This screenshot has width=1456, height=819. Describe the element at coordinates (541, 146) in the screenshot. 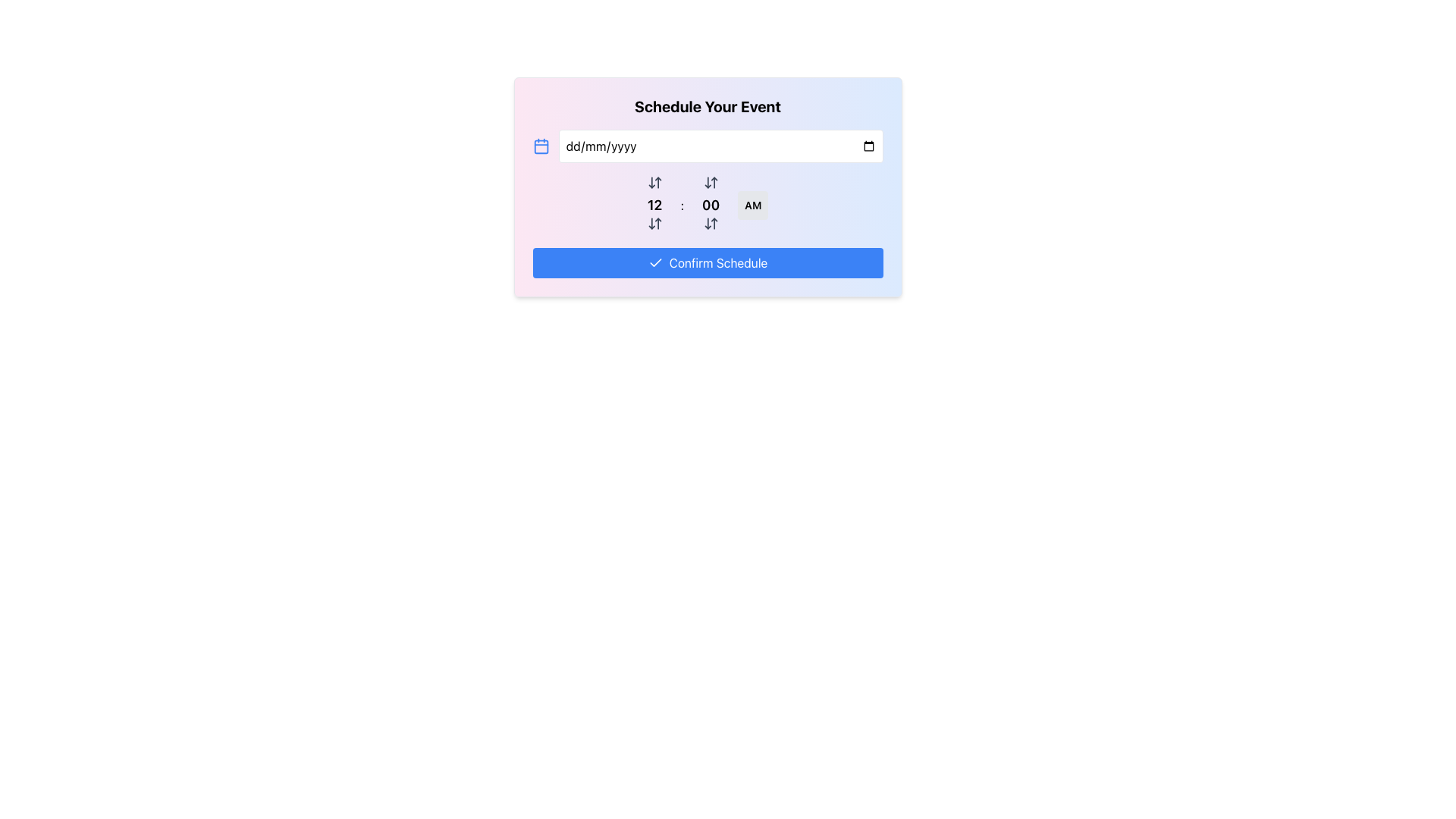

I see `the blue calendar icon button located to the left of the date input field` at that location.